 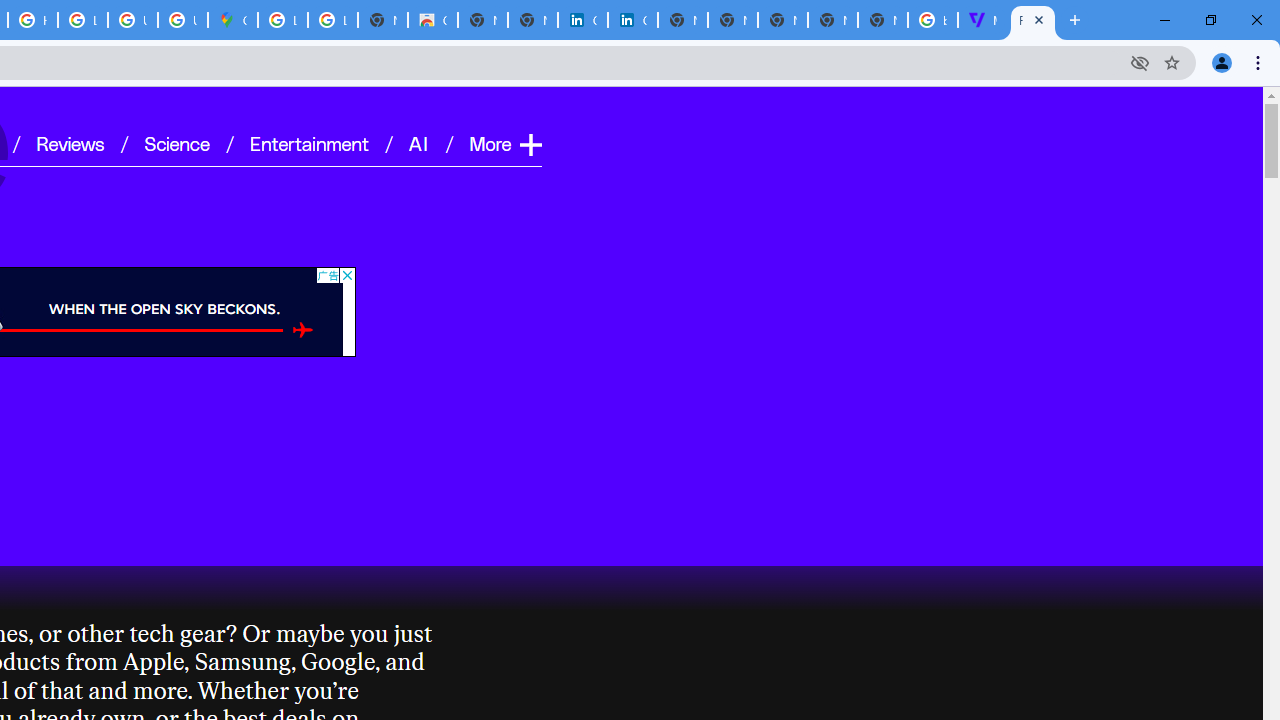 I want to click on 'Google Maps', so click(x=232, y=20).